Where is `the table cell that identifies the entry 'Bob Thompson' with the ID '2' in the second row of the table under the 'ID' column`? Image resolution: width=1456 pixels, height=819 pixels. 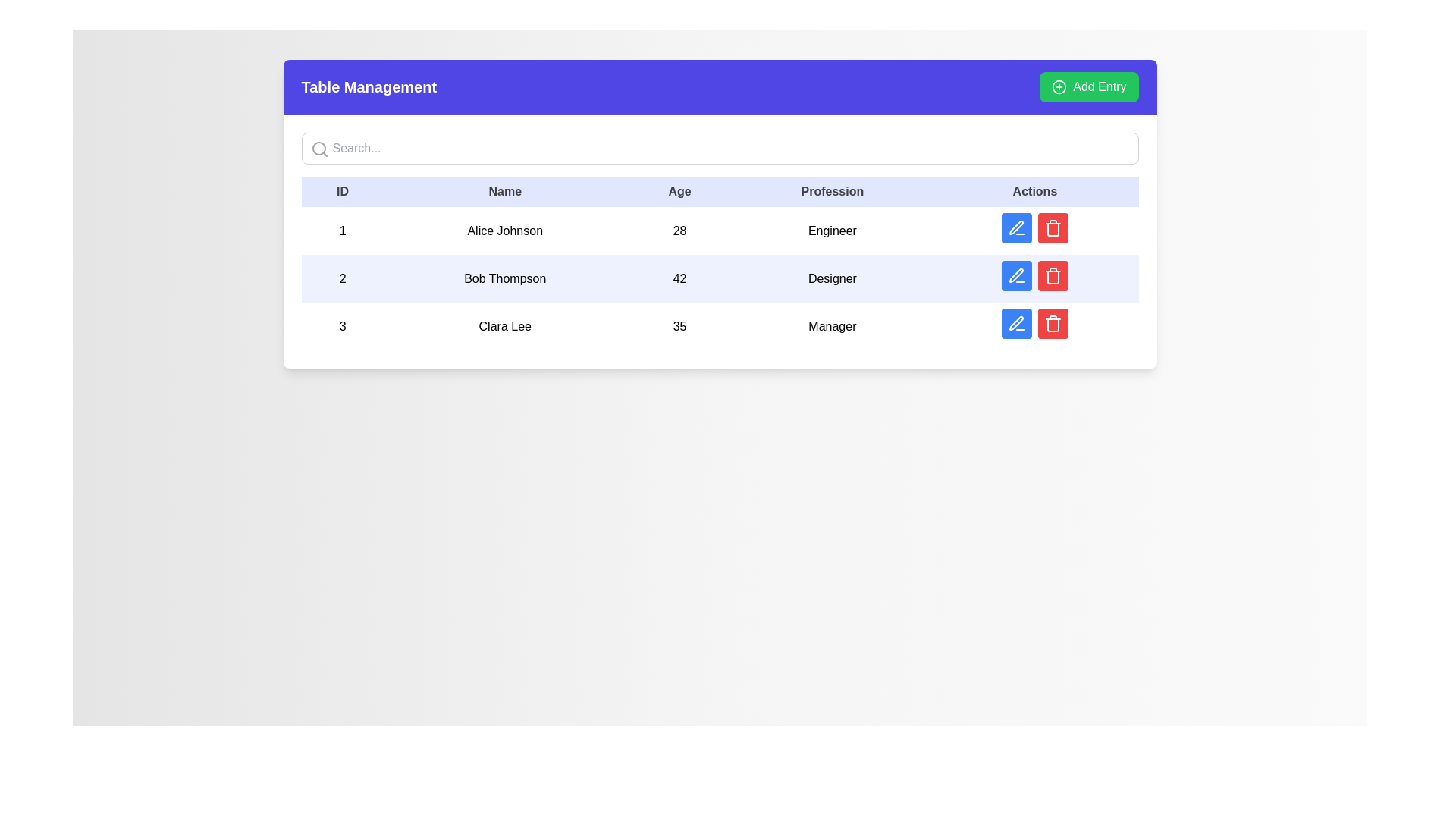 the table cell that identifies the entry 'Bob Thompson' with the ID '2' in the second row of the table under the 'ID' column is located at coordinates (342, 278).